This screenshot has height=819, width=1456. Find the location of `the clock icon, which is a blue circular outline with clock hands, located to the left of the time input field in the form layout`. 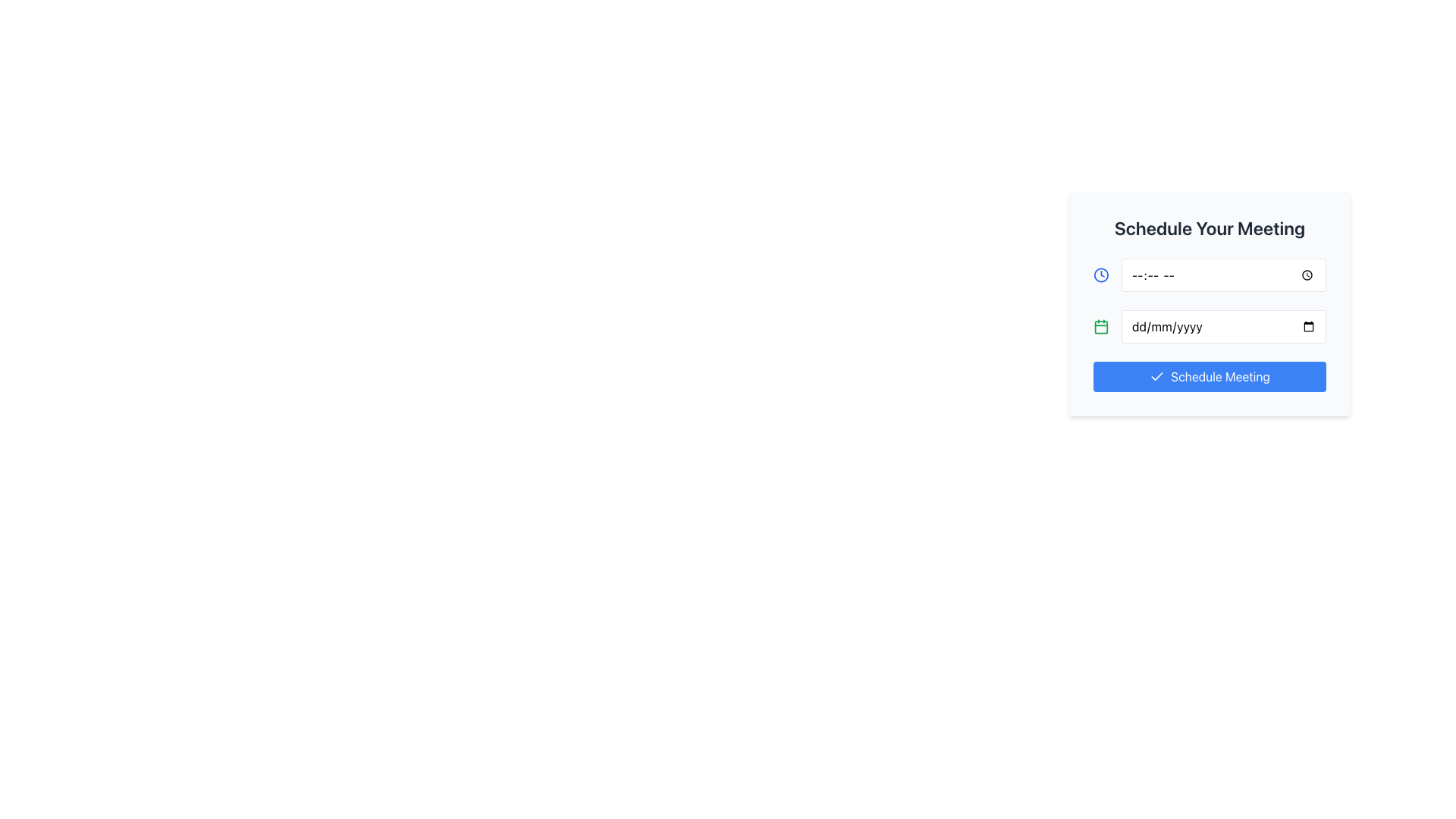

the clock icon, which is a blue circular outline with clock hands, located to the left of the time input field in the form layout is located at coordinates (1101, 275).